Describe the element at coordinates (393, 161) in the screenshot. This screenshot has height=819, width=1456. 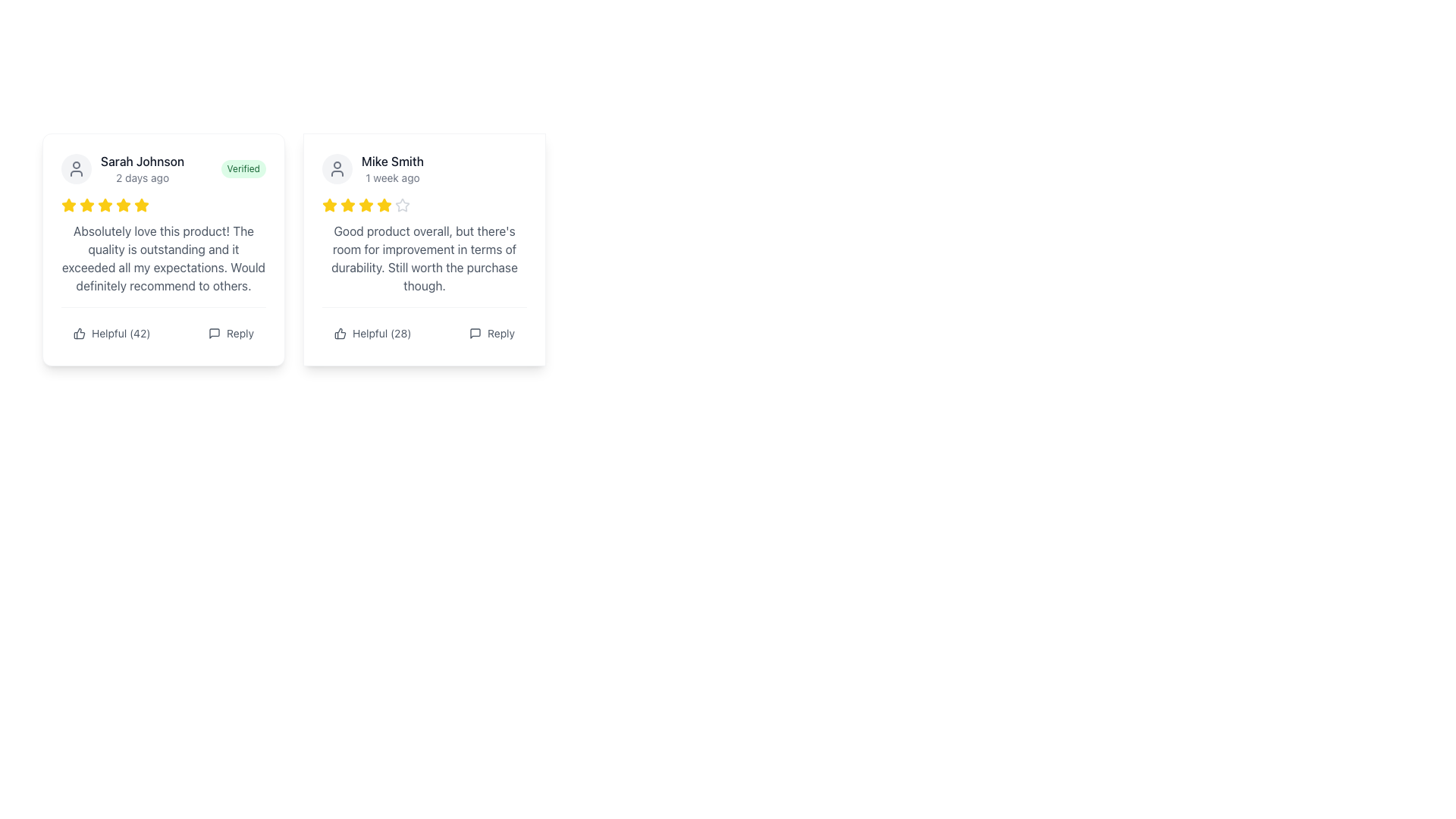
I see `text displayed for the reviewer's name located in the top-right card among user review cards, positioned to the right of the user icon and above the timestamp '1 week ago'` at that location.